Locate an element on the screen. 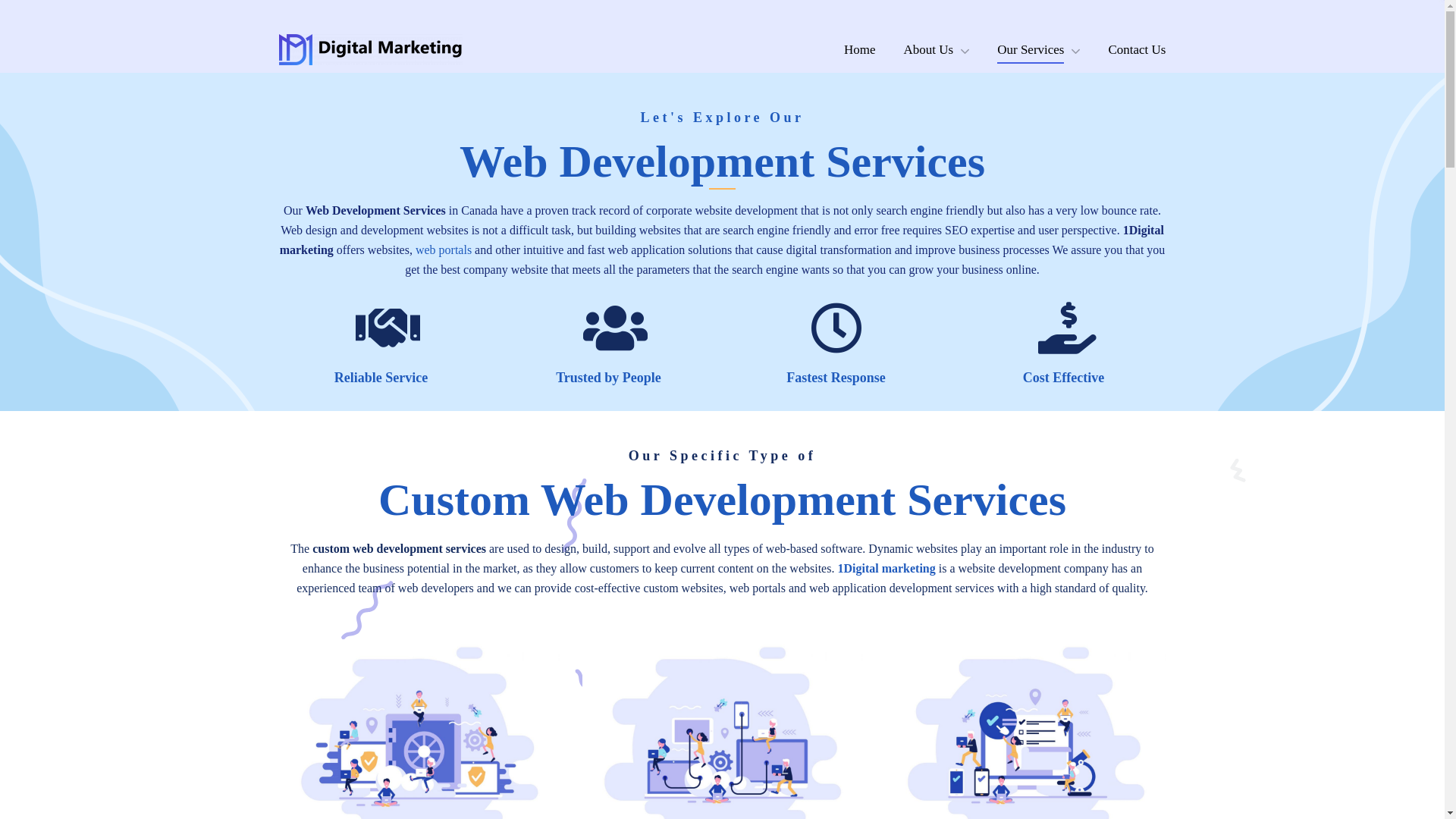 This screenshot has width=1456, height=819. 'Our Services' is located at coordinates (997, 49).